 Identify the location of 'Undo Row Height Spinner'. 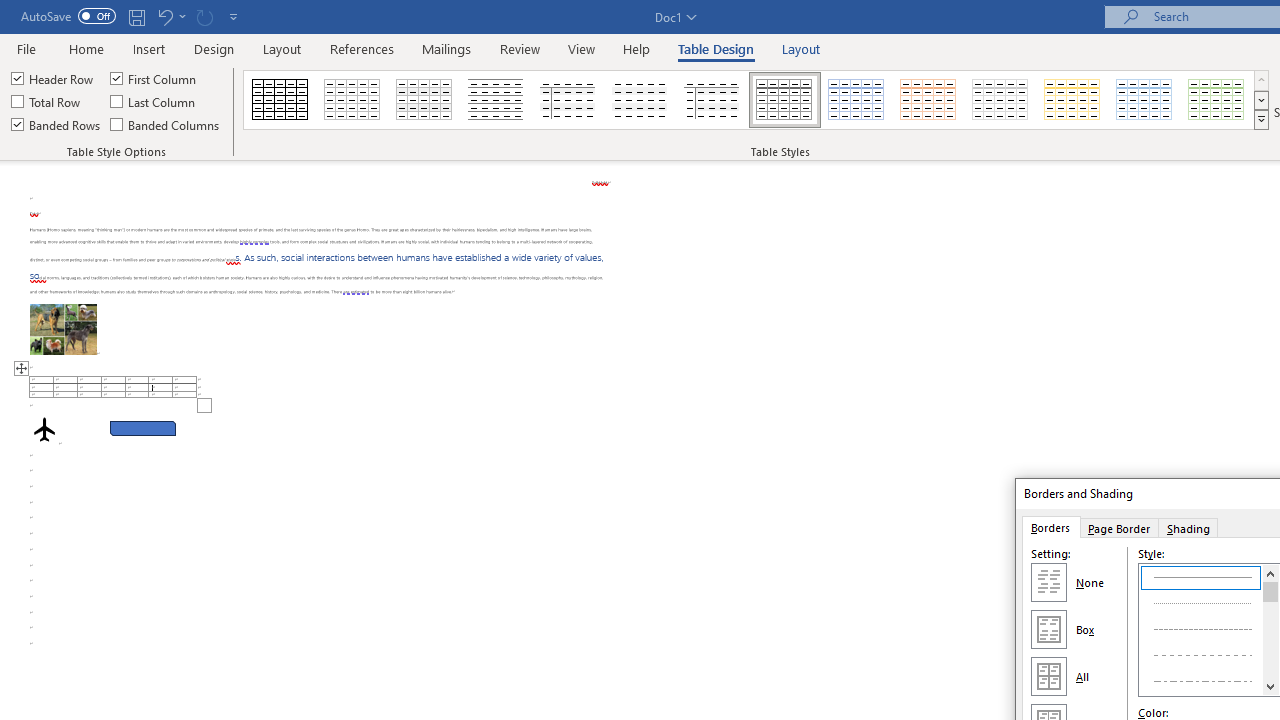
(170, 16).